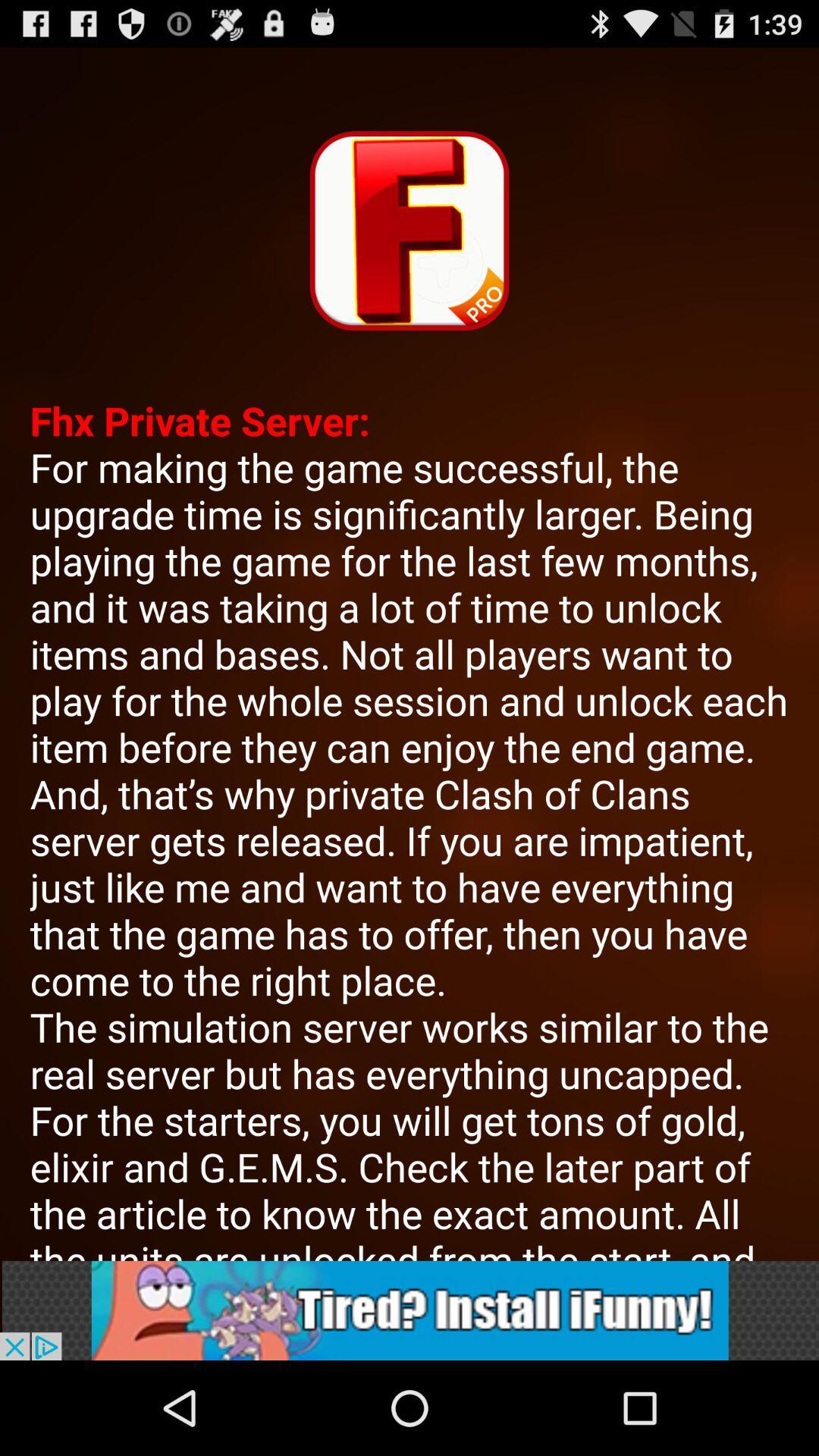 Image resolution: width=819 pixels, height=1456 pixels. Describe the element at coordinates (409, 1310) in the screenshot. I see `advertising` at that location.